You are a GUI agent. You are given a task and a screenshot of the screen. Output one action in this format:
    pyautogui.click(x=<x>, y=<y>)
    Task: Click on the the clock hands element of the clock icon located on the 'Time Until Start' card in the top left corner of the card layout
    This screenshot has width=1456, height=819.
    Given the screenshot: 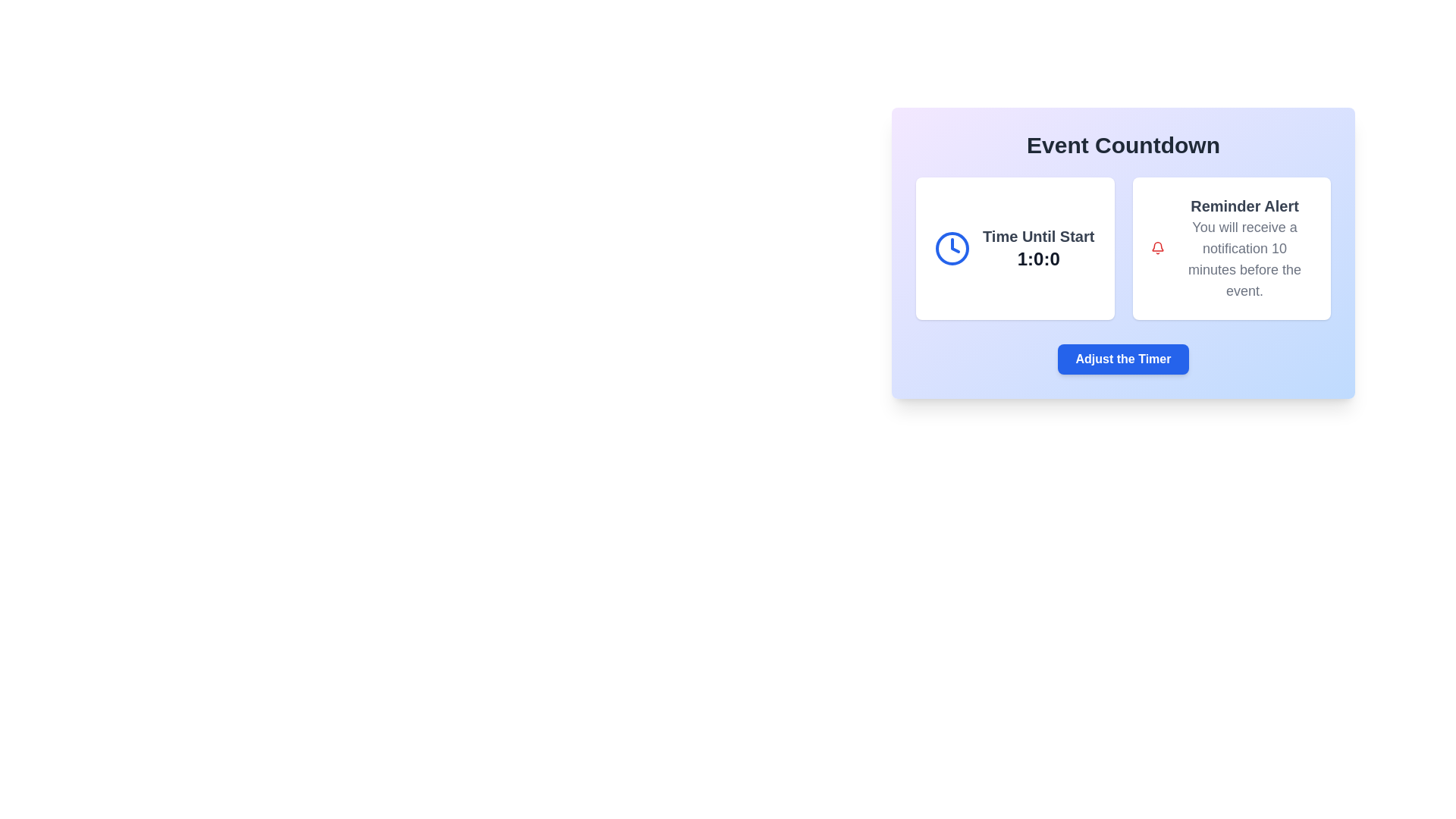 What is the action you would take?
    pyautogui.click(x=954, y=245)
    